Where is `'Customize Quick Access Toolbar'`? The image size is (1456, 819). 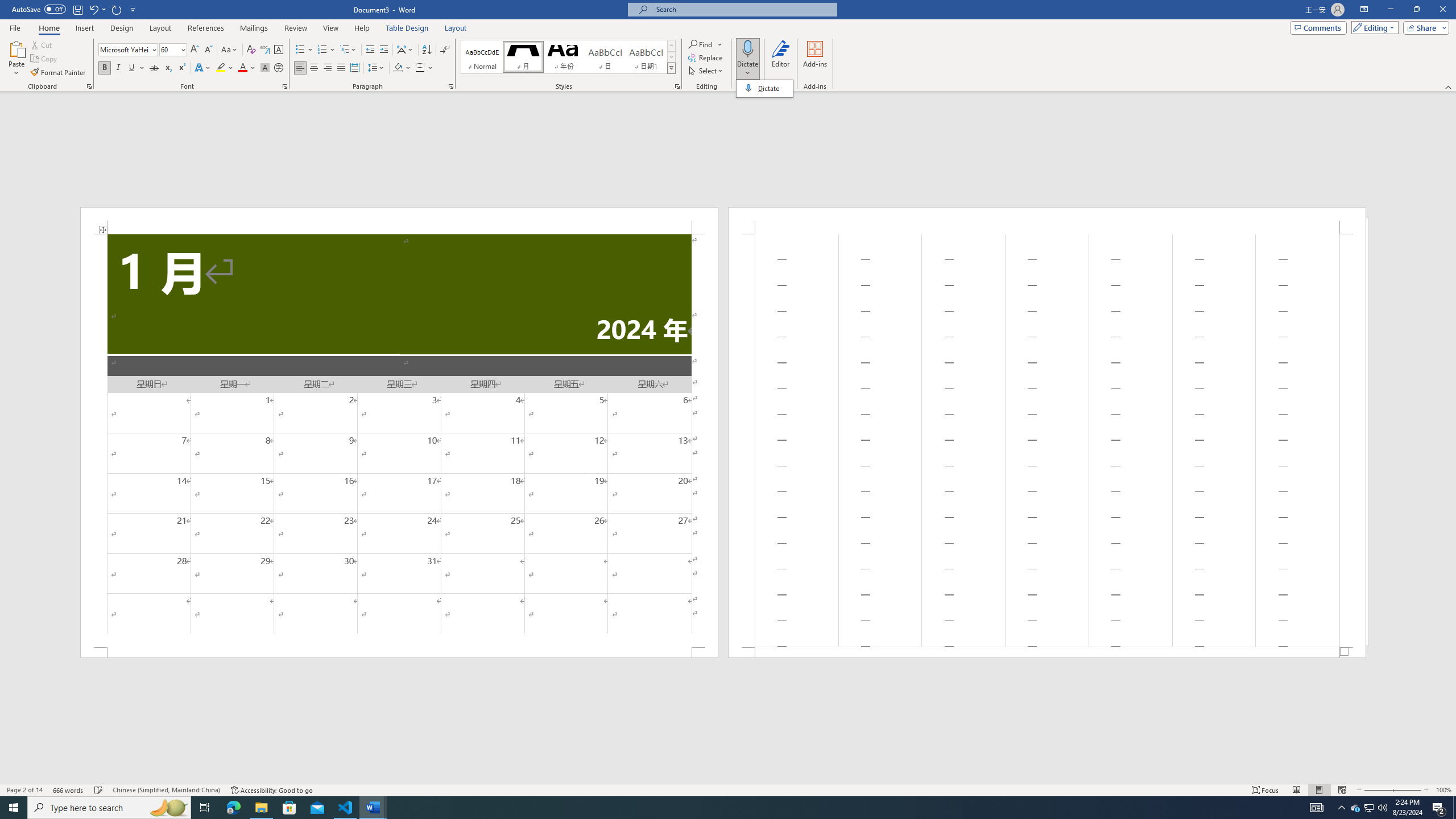 'Customize Quick Access Toolbar' is located at coordinates (133, 9).